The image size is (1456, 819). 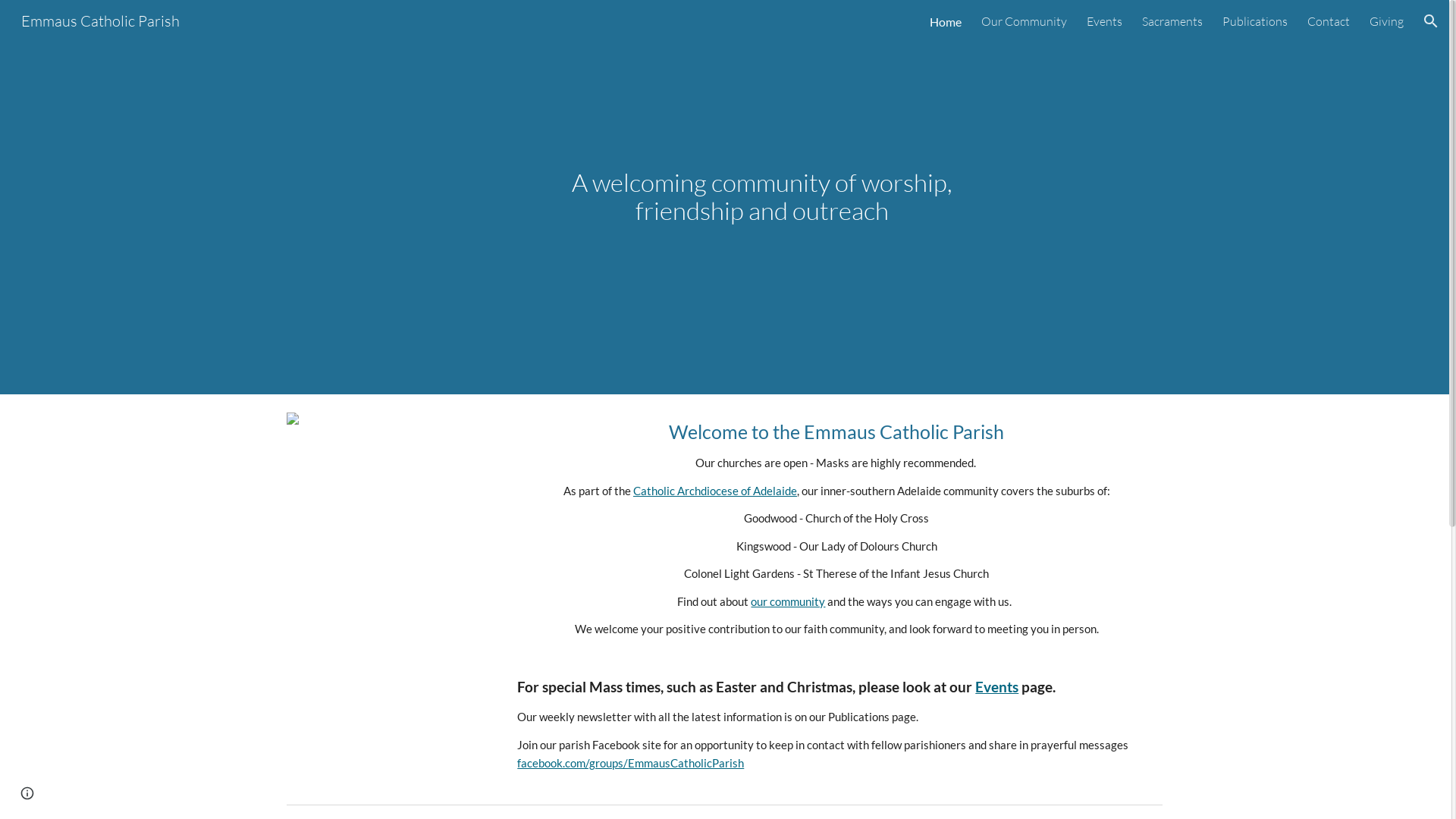 What do you see at coordinates (787, 601) in the screenshot?
I see `'our community'` at bounding box center [787, 601].